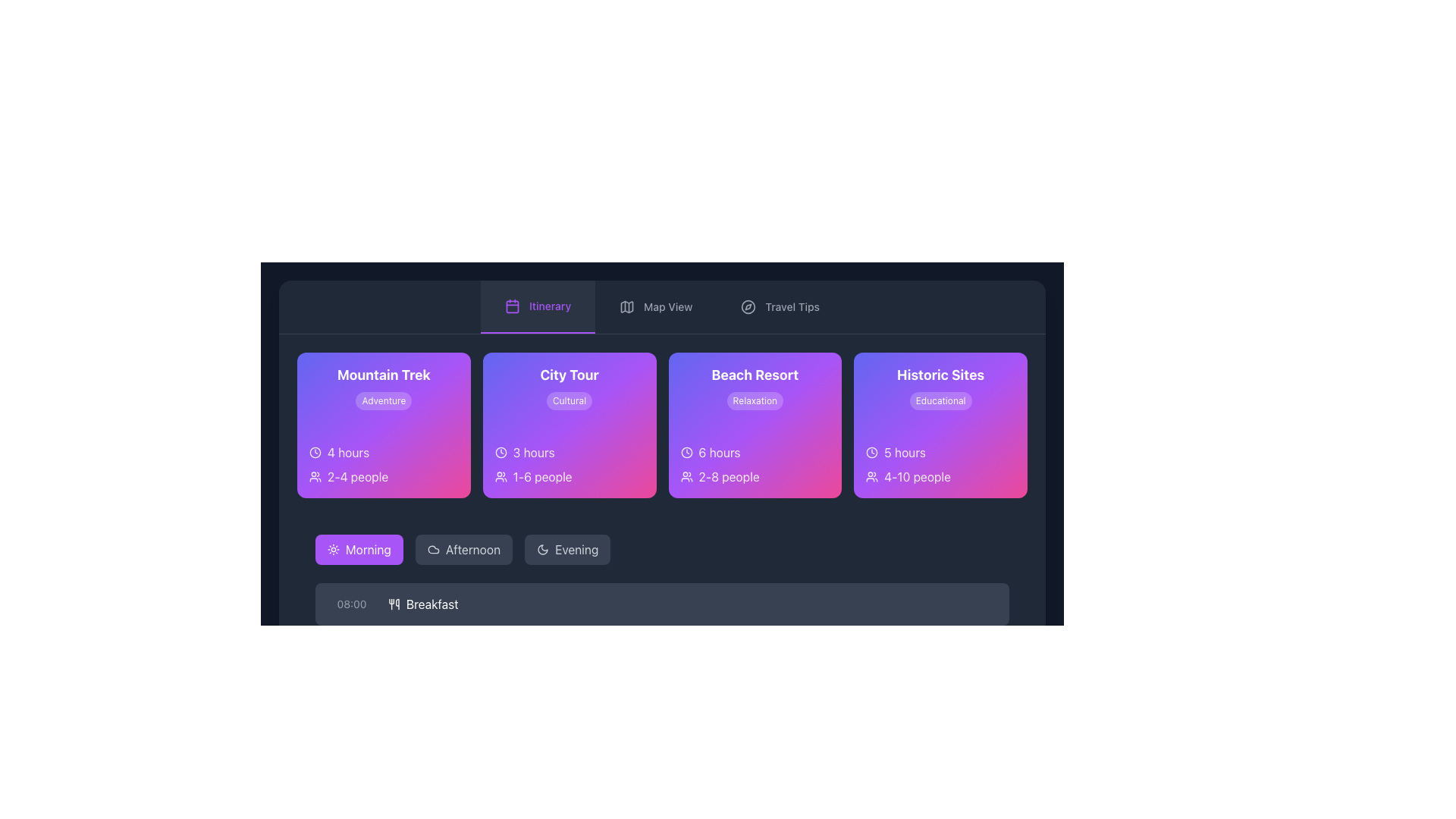 Image resolution: width=1456 pixels, height=819 pixels. I want to click on the text label reading '2-8 people' with a user icon on its left, located in the lower portion of the 'Beach Resort' card, below the '6 hours' label, so click(755, 475).